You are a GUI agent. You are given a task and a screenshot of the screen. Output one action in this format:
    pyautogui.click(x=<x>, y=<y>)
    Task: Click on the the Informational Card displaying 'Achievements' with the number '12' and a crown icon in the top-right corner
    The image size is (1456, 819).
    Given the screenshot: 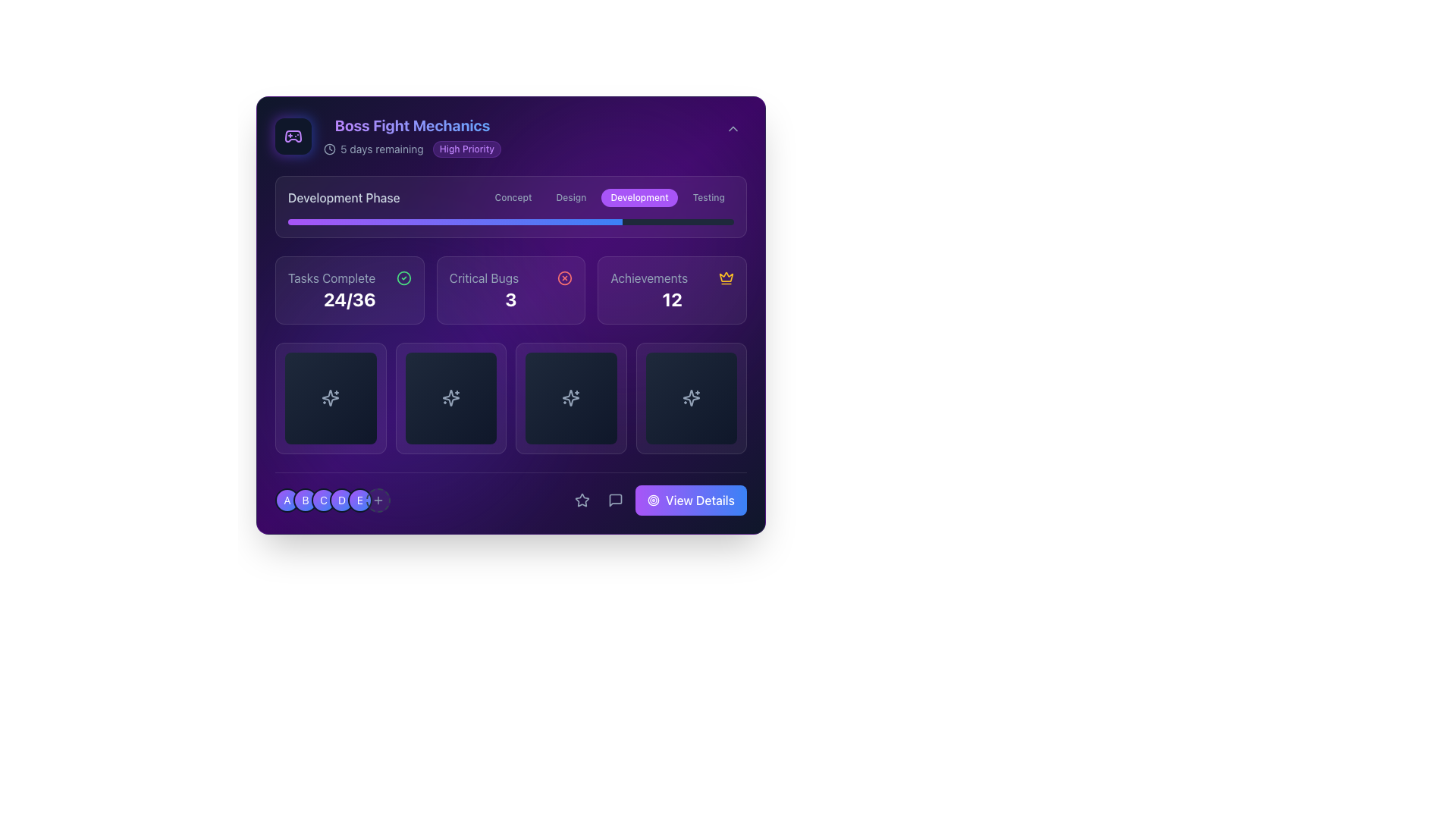 What is the action you would take?
    pyautogui.click(x=671, y=290)
    